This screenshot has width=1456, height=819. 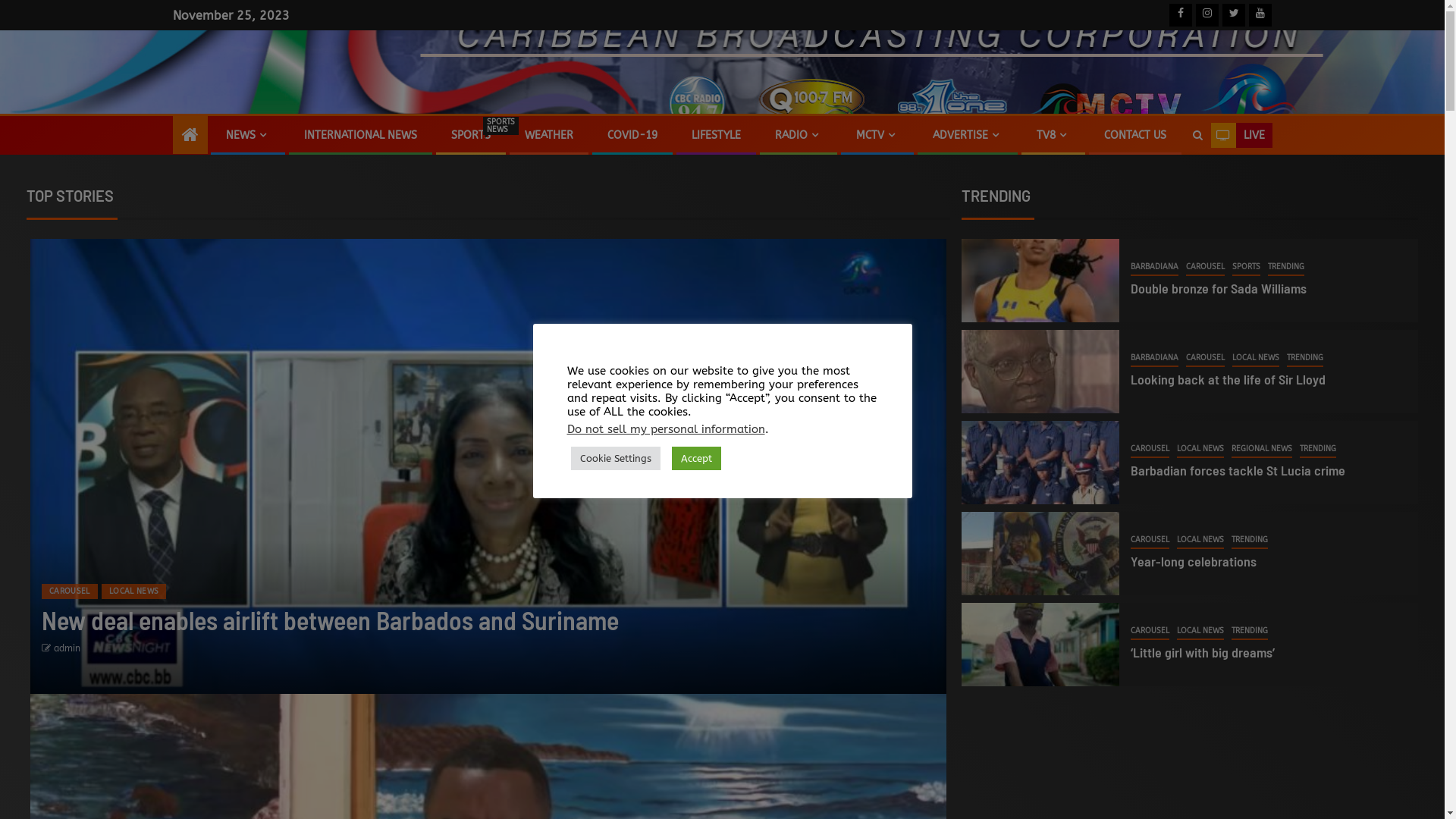 I want to click on 'INTERNATIONAL NEWS', so click(x=359, y=134).